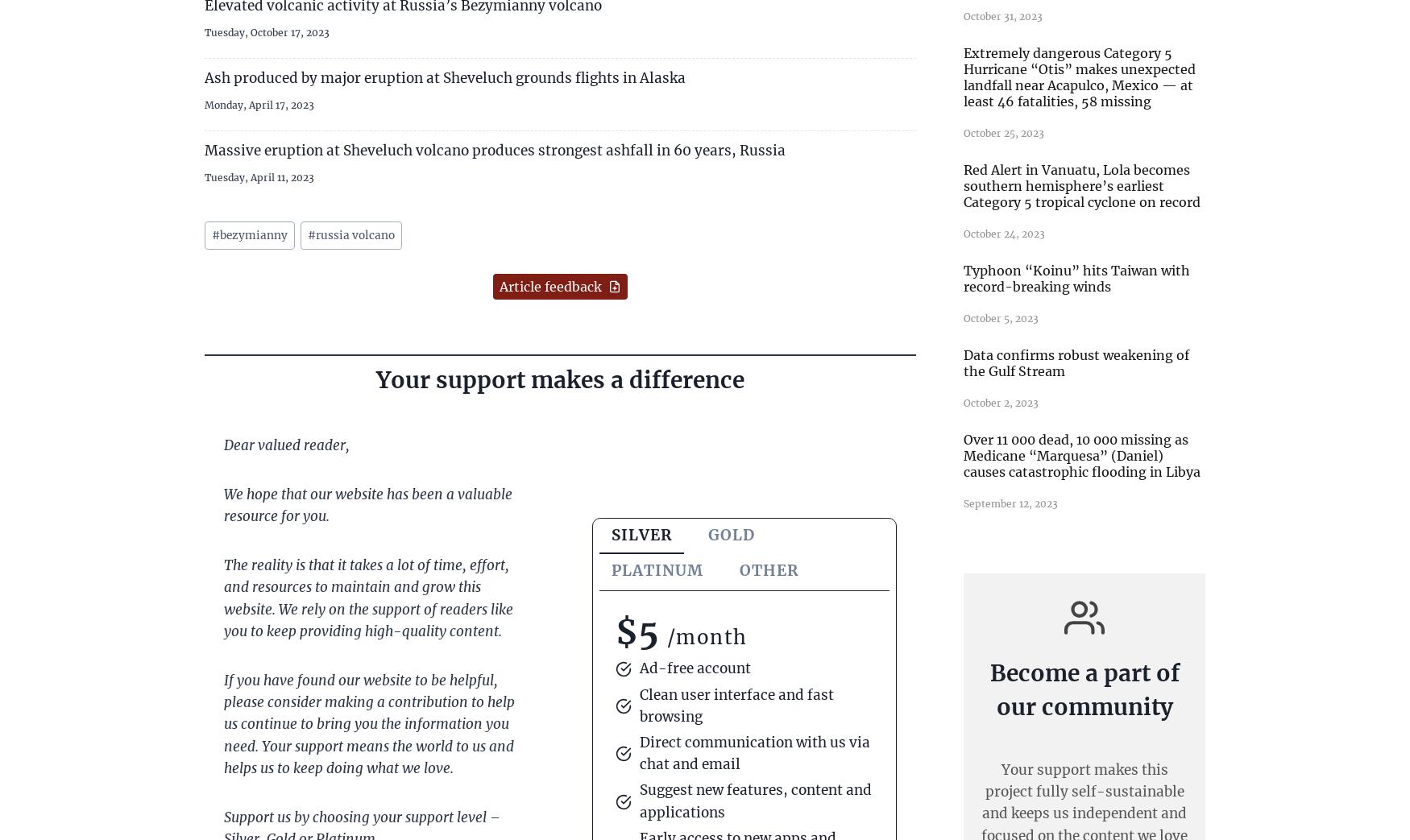 The height and width of the screenshot is (840, 1410). Describe the element at coordinates (1081, 184) in the screenshot. I see `'Red Alert in Vanuatu, Lola becomes southern hemisphere’s earliest Category 5 tropical cyclone on record'` at that location.